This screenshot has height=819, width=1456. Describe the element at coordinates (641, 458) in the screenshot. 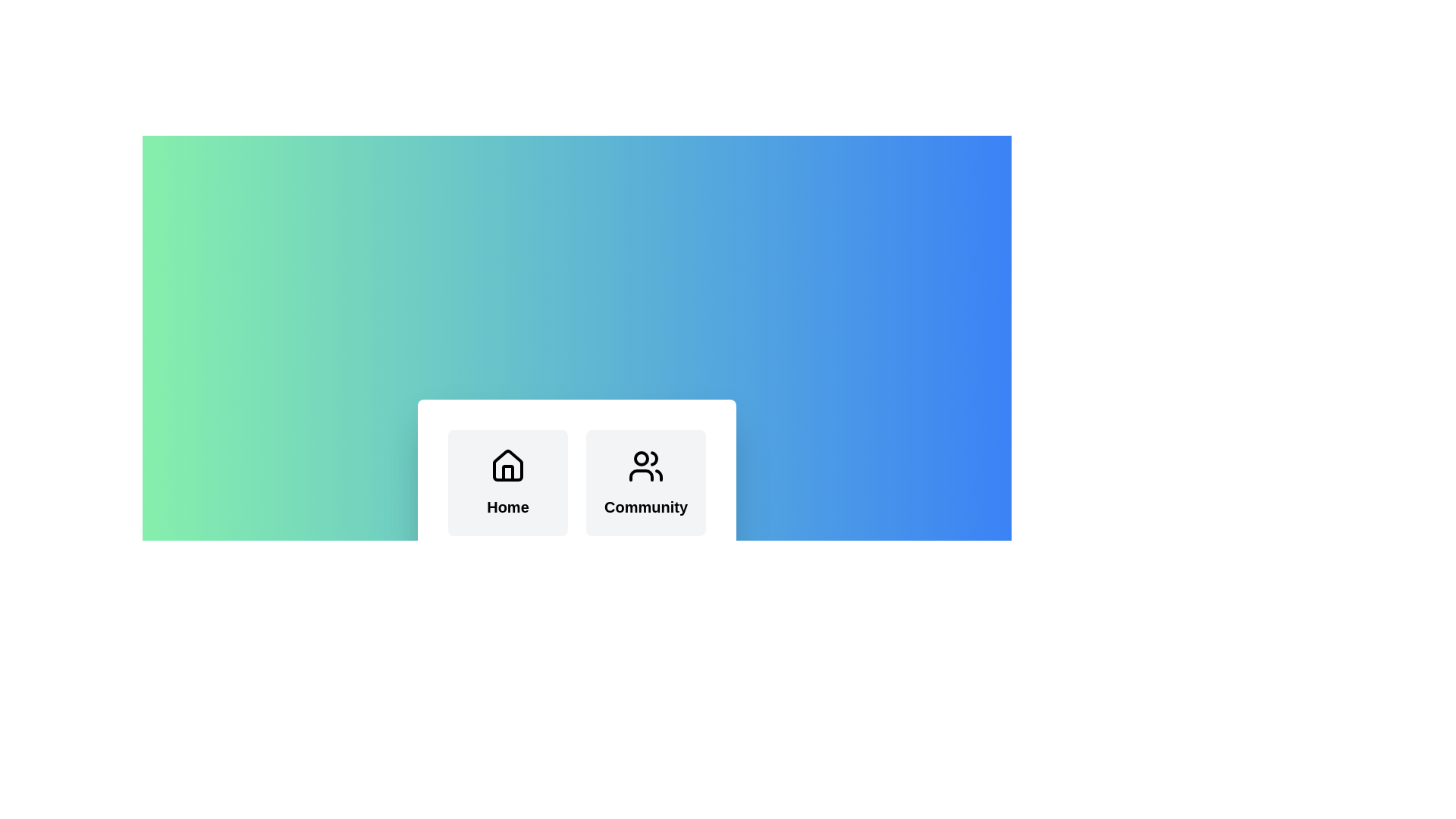

I see `the circular part of the 'Community' icon, located to the right of the 'Home' button in the bottom-center panel` at that location.